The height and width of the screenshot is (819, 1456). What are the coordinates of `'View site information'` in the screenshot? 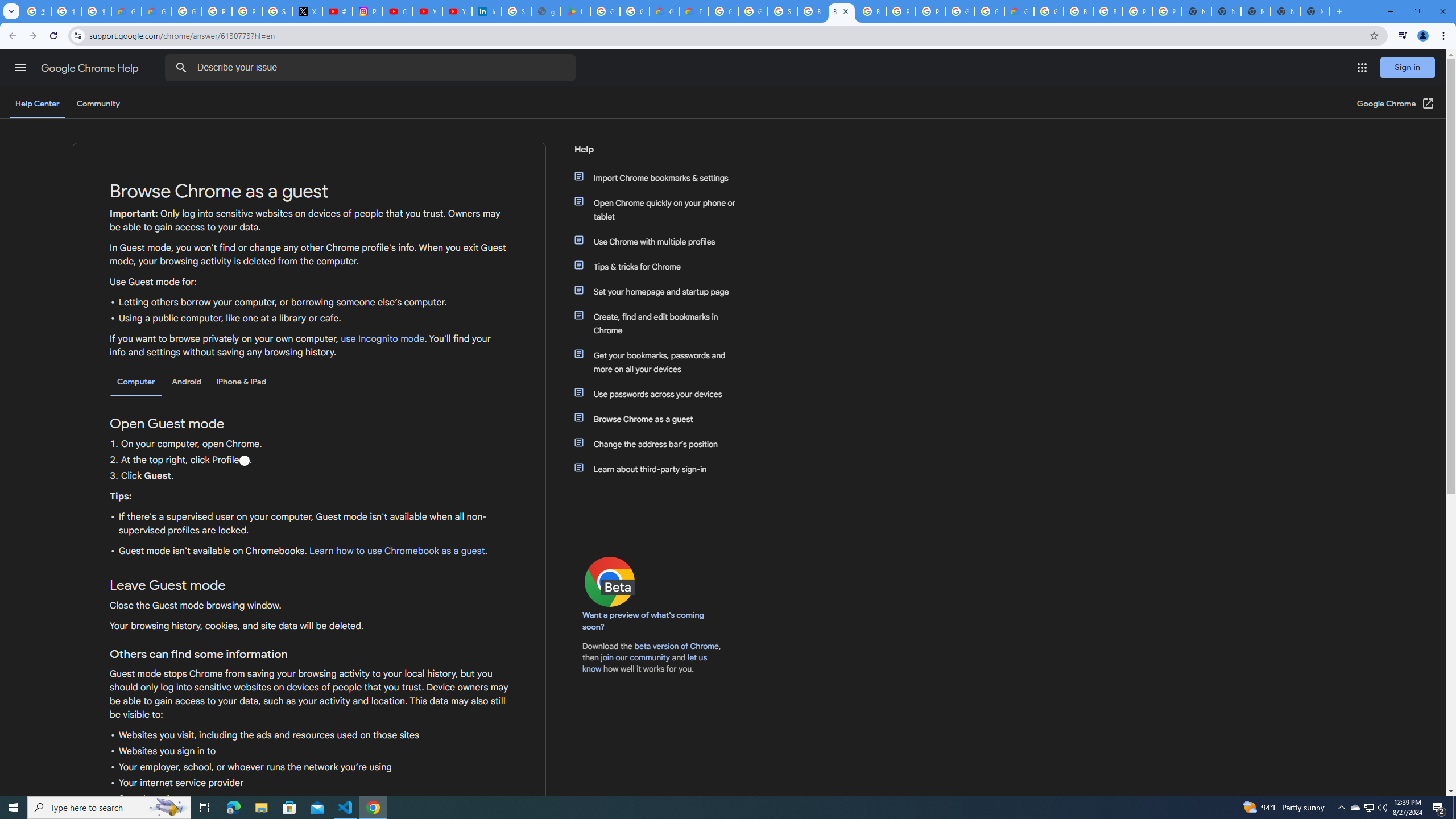 It's located at (77, 35).